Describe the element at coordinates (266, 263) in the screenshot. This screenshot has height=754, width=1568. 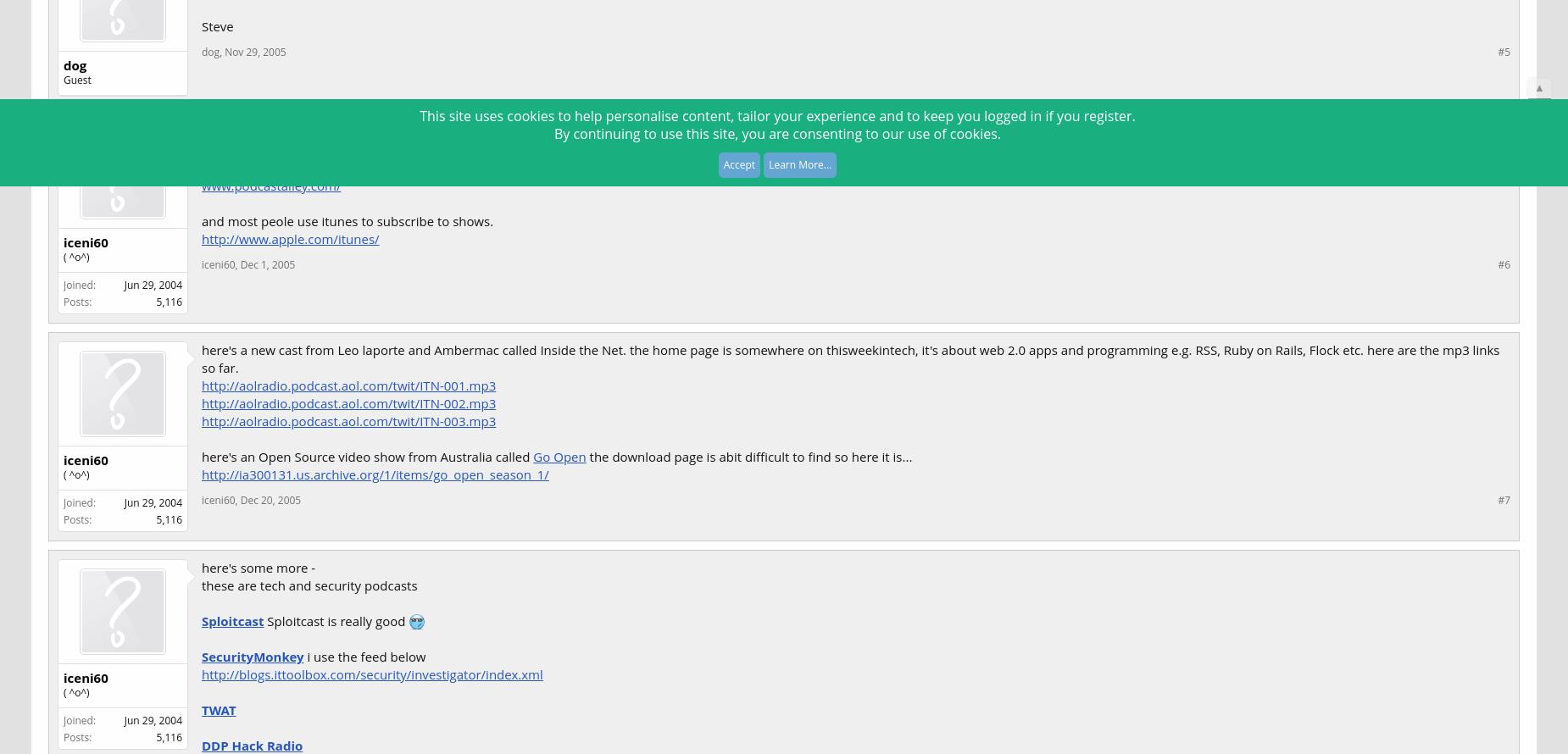
I see `'Dec 1, 2005'` at that location.